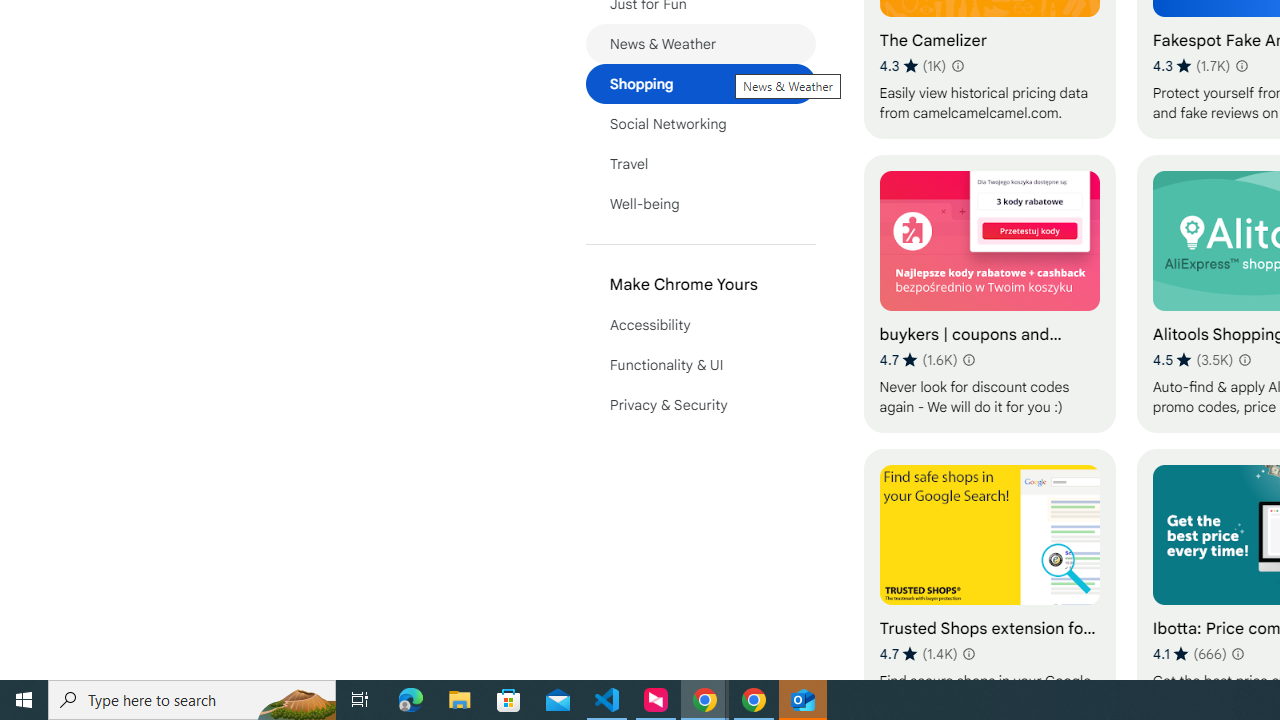  What do you see at coordinates (700, 405) in the screenshot?
I see `'Privacy & Security'` at bounding box center [700, 405].